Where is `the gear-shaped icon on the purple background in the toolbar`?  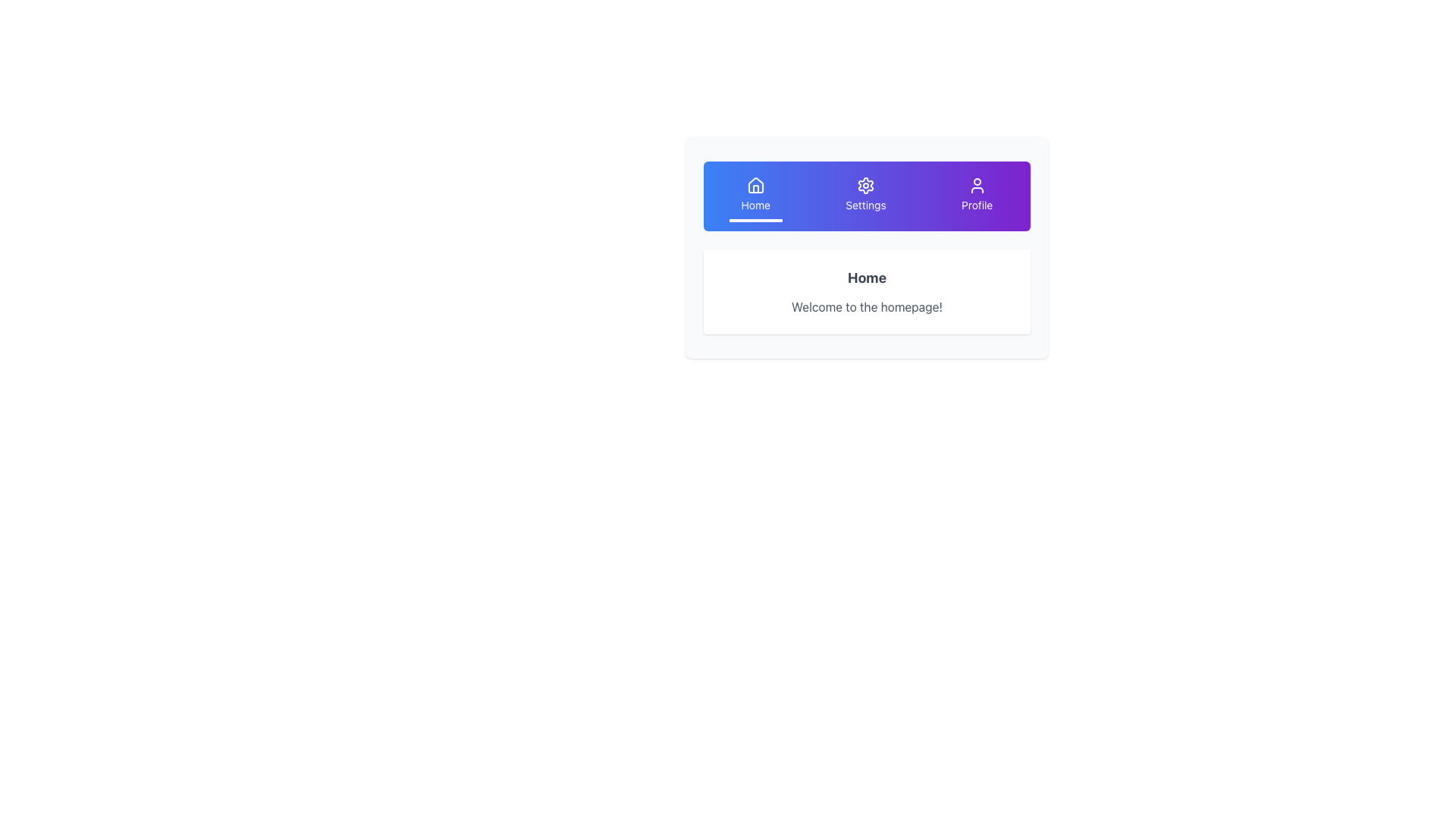 the gear-shaped icon on the purple background in the toolbar is located at coordinates (866, 185).